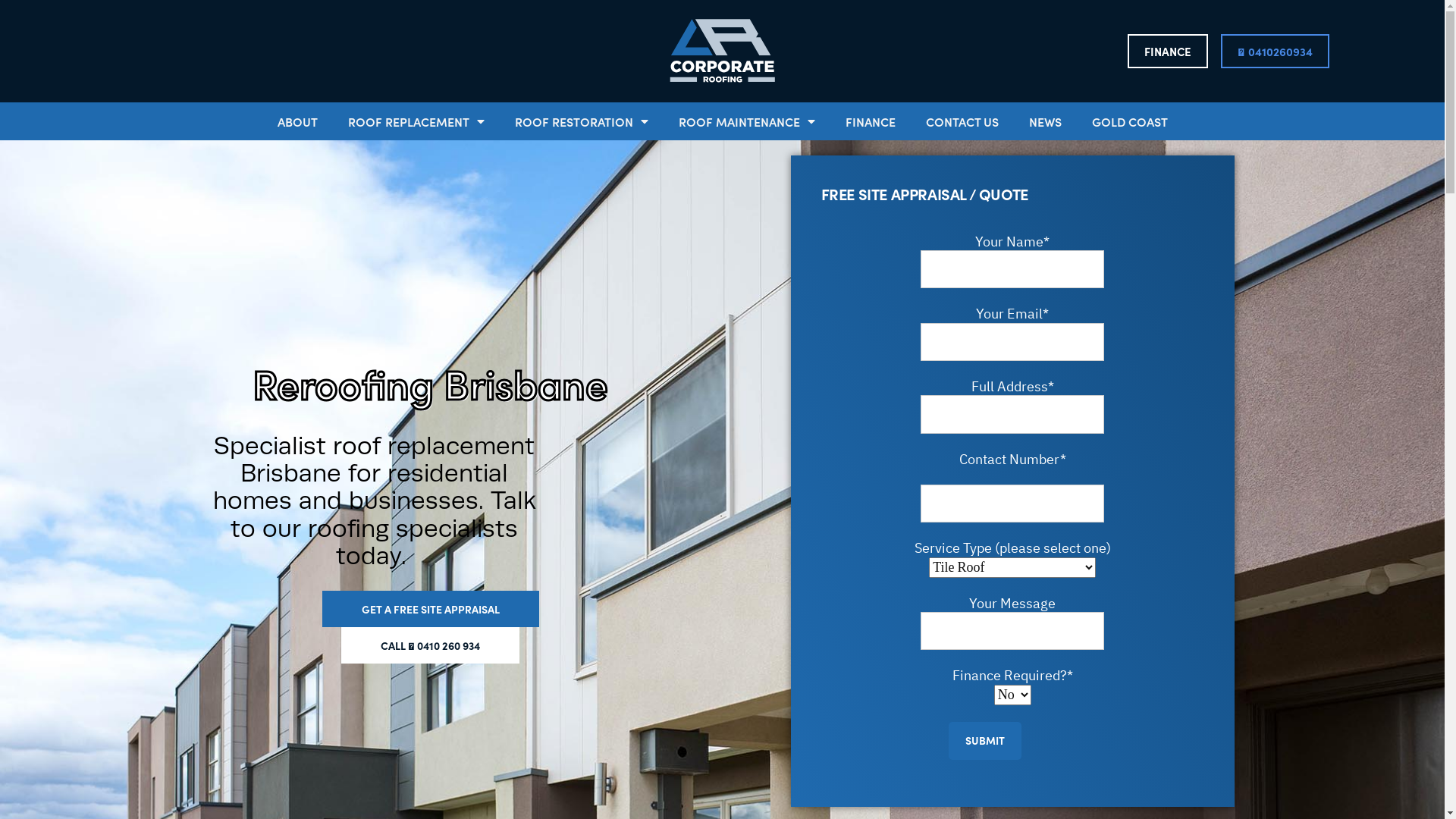 This screenshot has width=1456, height=819. What do you see at coordinates (1076, 120) in the screenshot?
I see `'GOLD COAST'` at bounding box center [1076, 120].